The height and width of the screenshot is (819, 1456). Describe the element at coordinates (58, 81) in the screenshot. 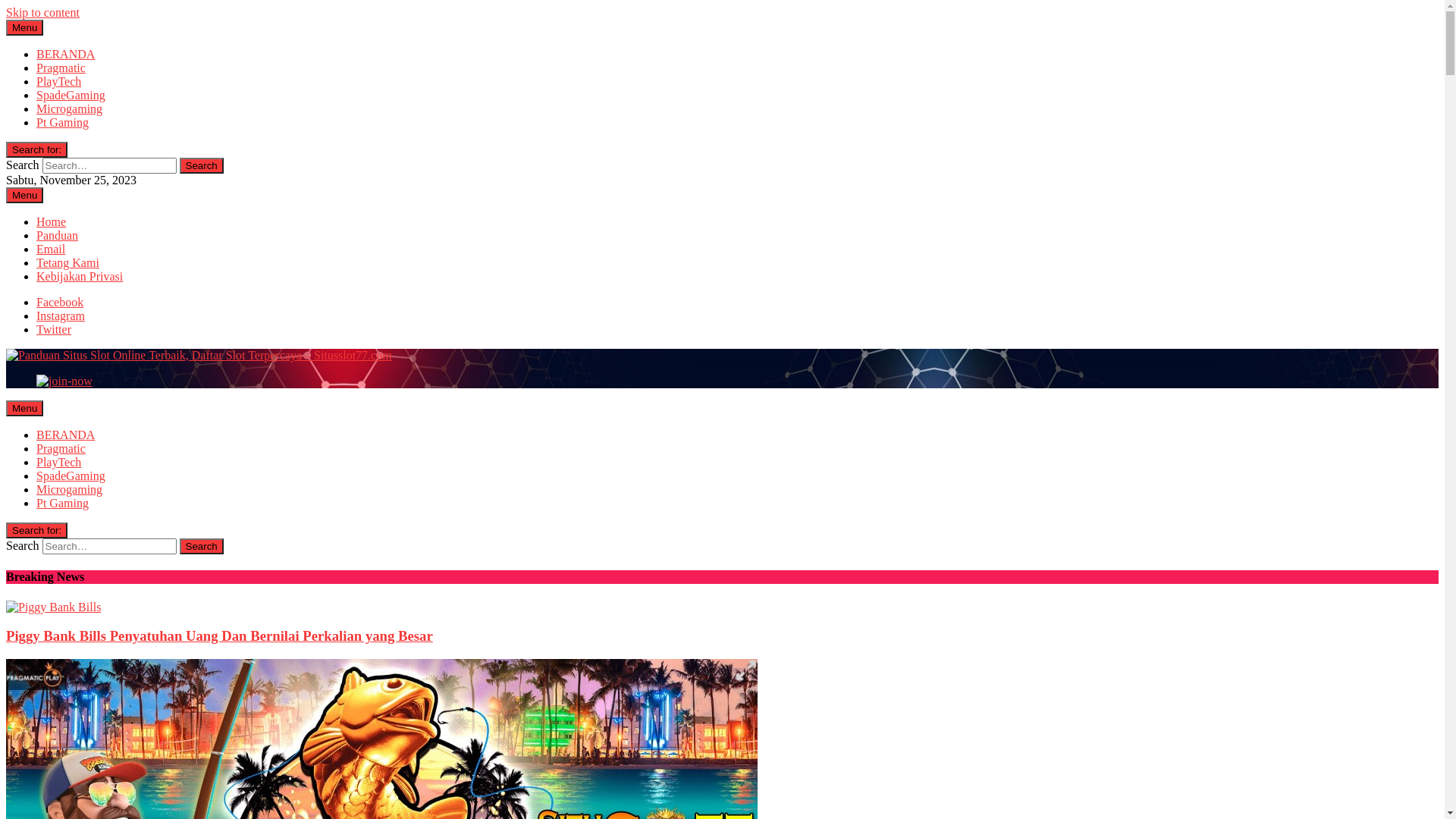

I see `'PlayTech'` at that location.